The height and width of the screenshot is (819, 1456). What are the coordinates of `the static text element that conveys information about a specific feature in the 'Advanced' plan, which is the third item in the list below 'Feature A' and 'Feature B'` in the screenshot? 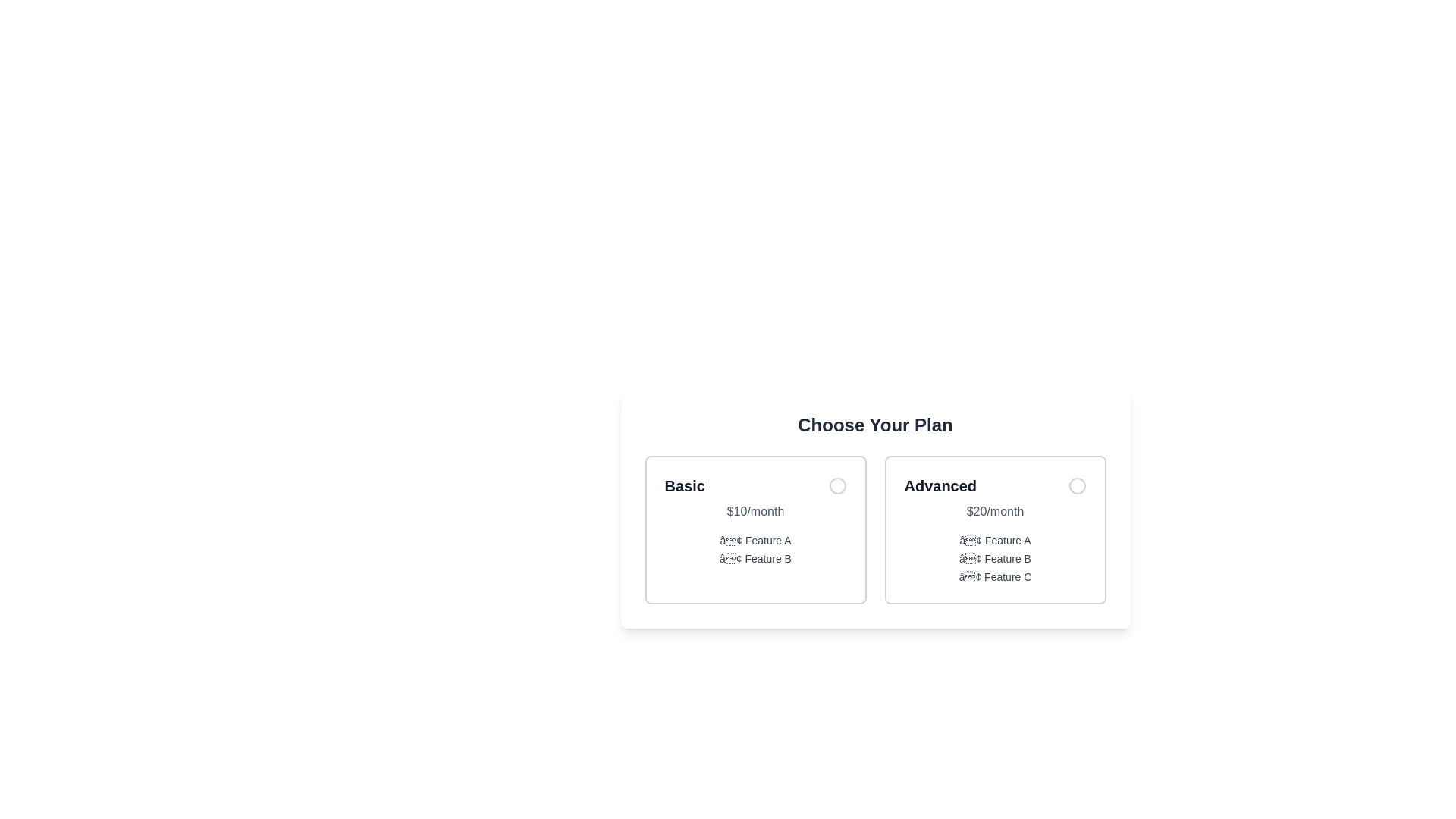 It's located at (995, 576).